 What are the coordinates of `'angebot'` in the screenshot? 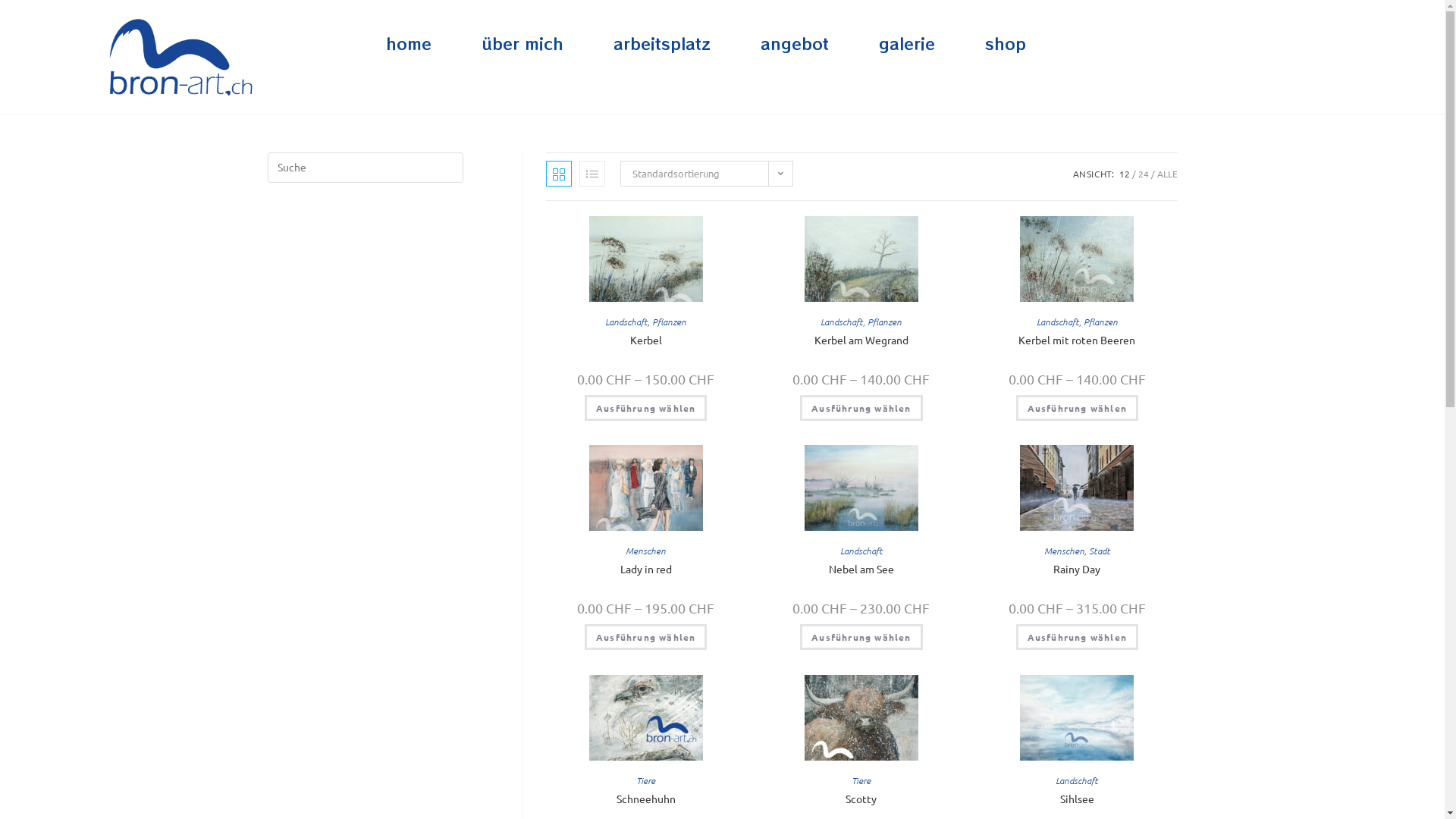 It's located at (793, 42).